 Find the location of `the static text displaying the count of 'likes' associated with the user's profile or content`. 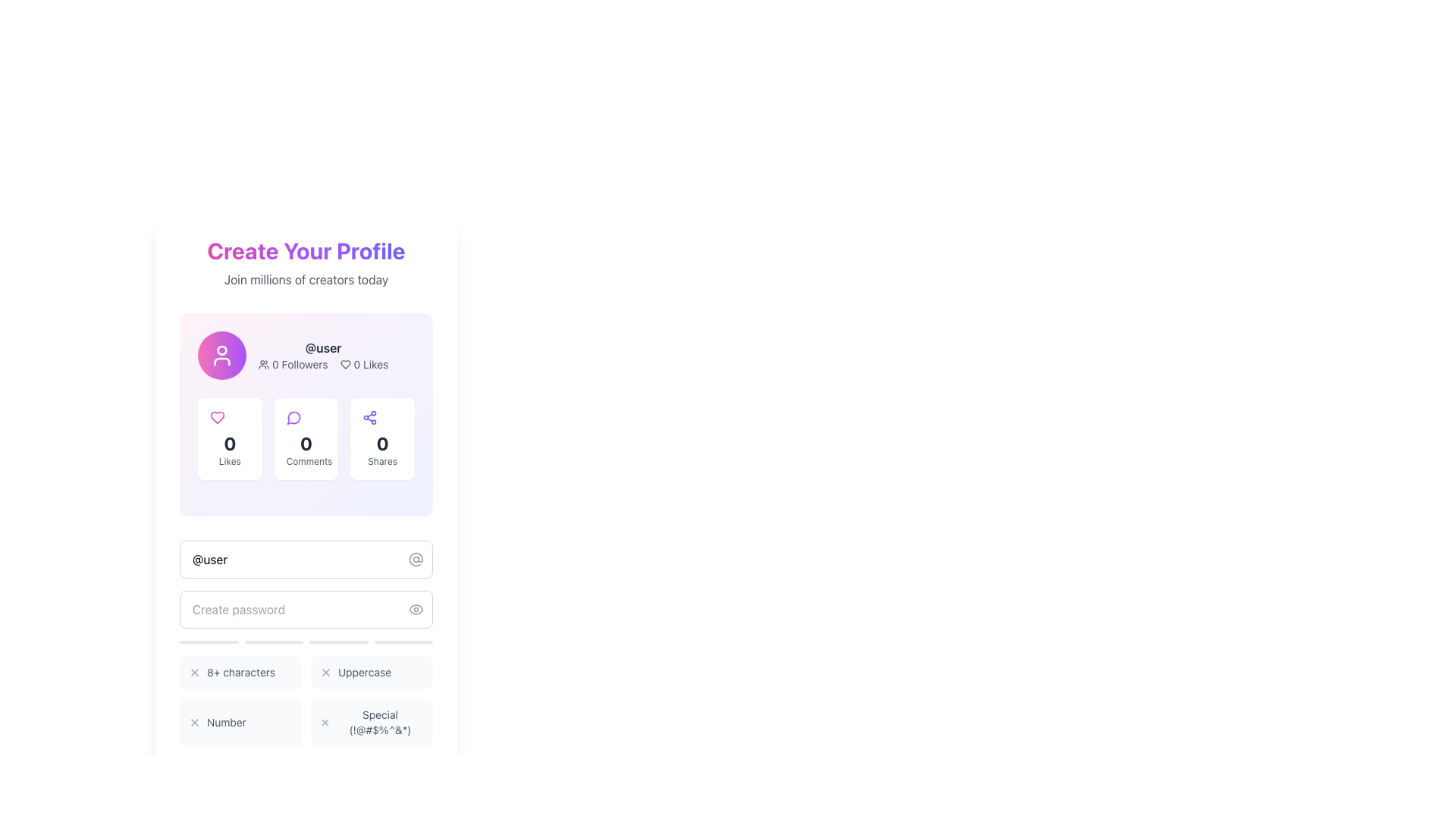

the static text displaying the count of 'likes' associated with the user's profile or content is located at coordinates (364, 365).